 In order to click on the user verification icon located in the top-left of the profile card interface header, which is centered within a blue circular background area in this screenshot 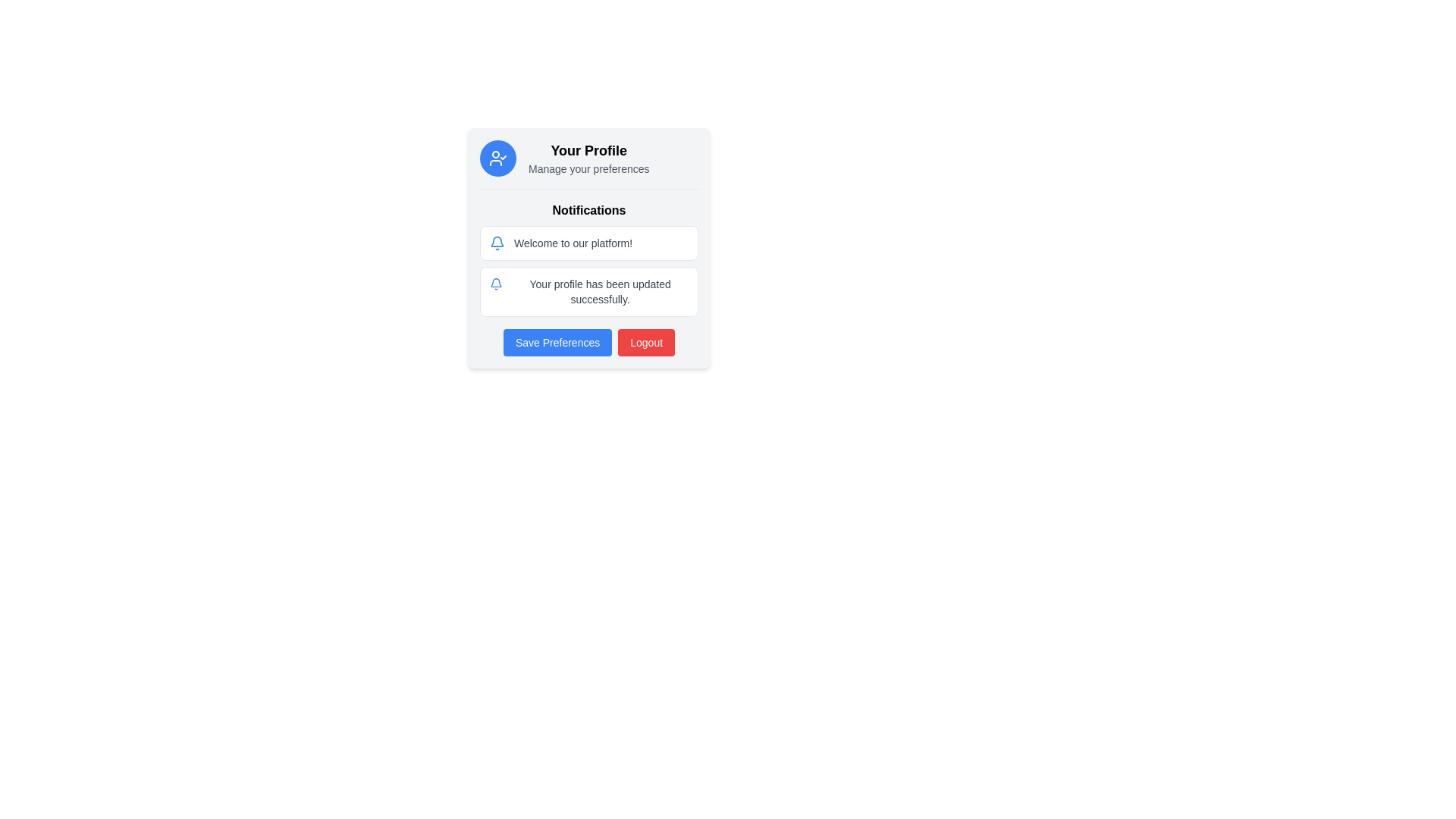, I will do `click(498, 158)`.